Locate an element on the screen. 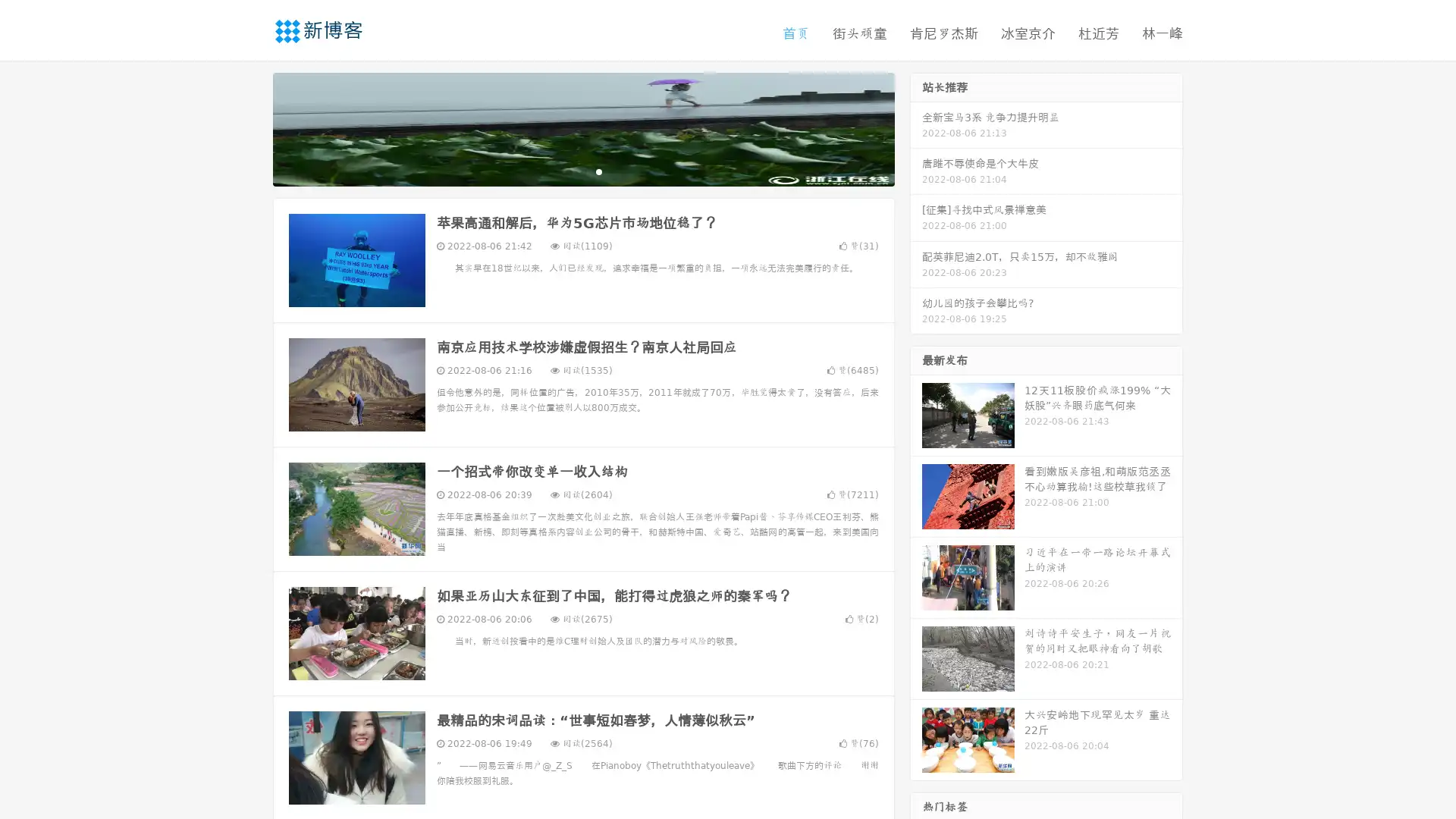  Previous slide is located at coordinates (250, 127).